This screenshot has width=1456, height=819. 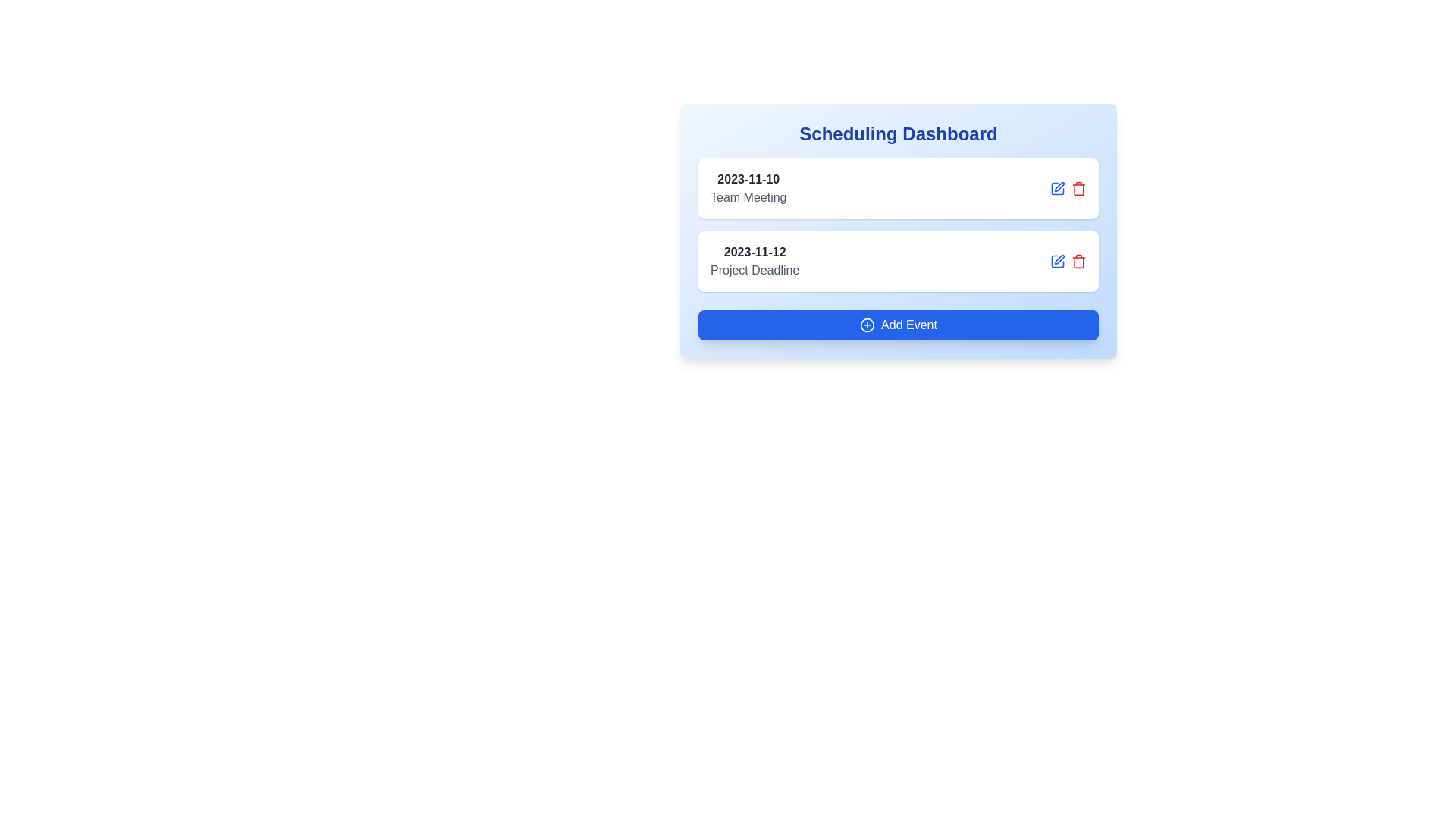 What do you see at coordinates (899, 324) in the screenshot?
I see `the 'Add Event' button with a blue background and white text located at the bottom of the 'Scheduling Dashboard' card` at bounding box center [899, 324].